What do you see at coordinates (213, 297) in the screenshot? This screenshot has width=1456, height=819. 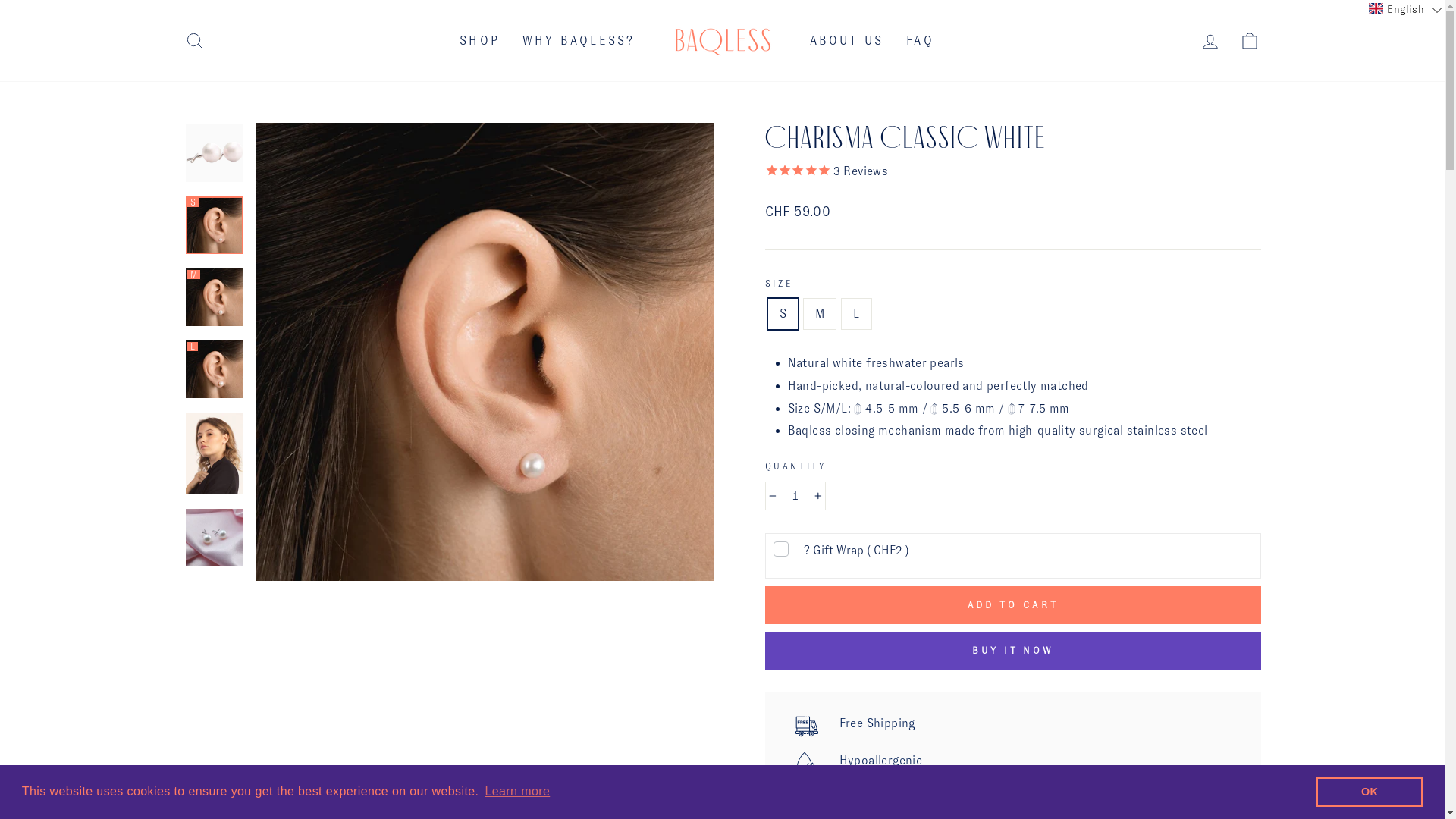 I see `'M'` at bounding box center [213, 297].